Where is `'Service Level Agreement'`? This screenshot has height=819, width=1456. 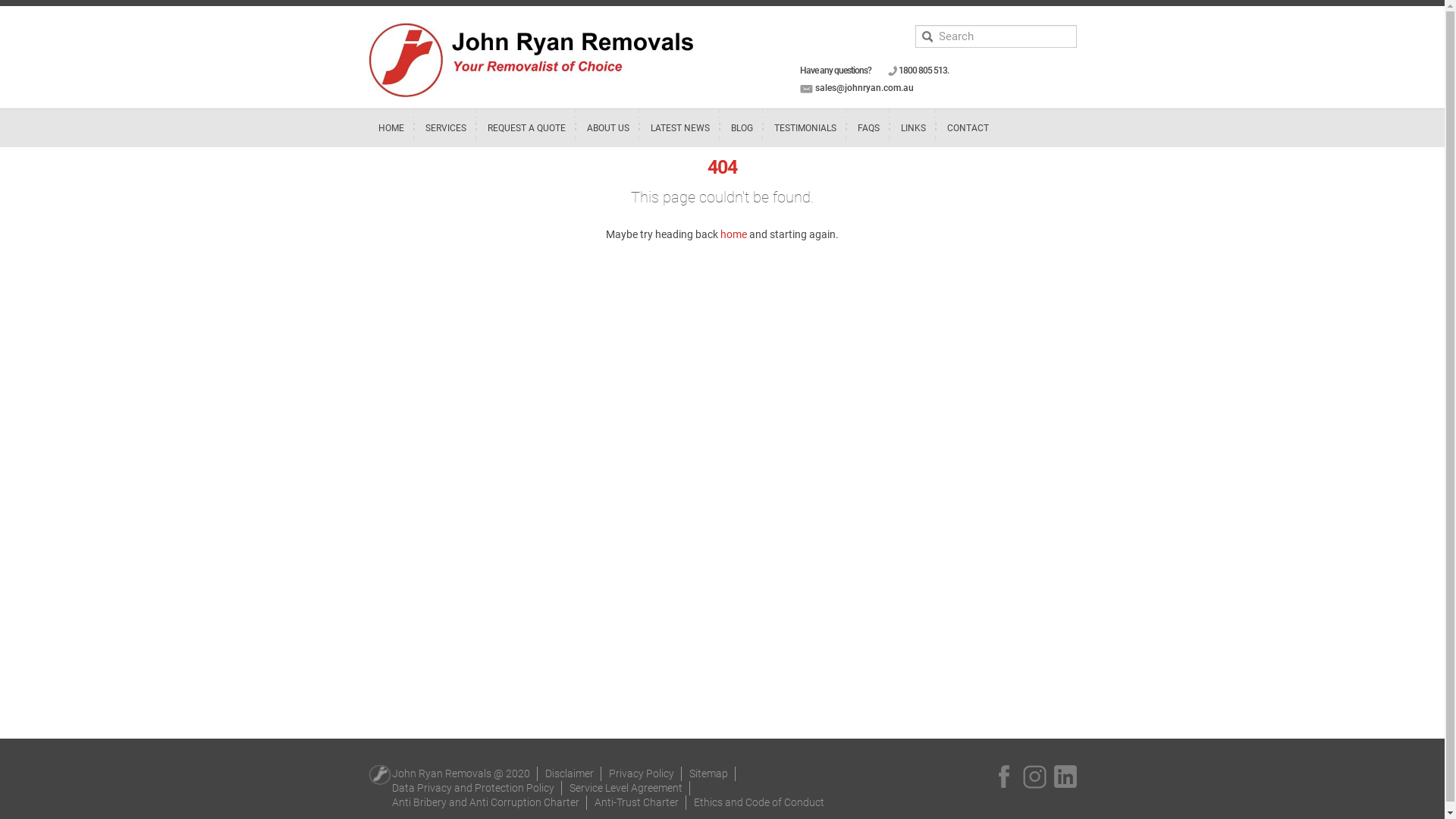 'Service Level Agreement' is located at coordinates (626, 786).